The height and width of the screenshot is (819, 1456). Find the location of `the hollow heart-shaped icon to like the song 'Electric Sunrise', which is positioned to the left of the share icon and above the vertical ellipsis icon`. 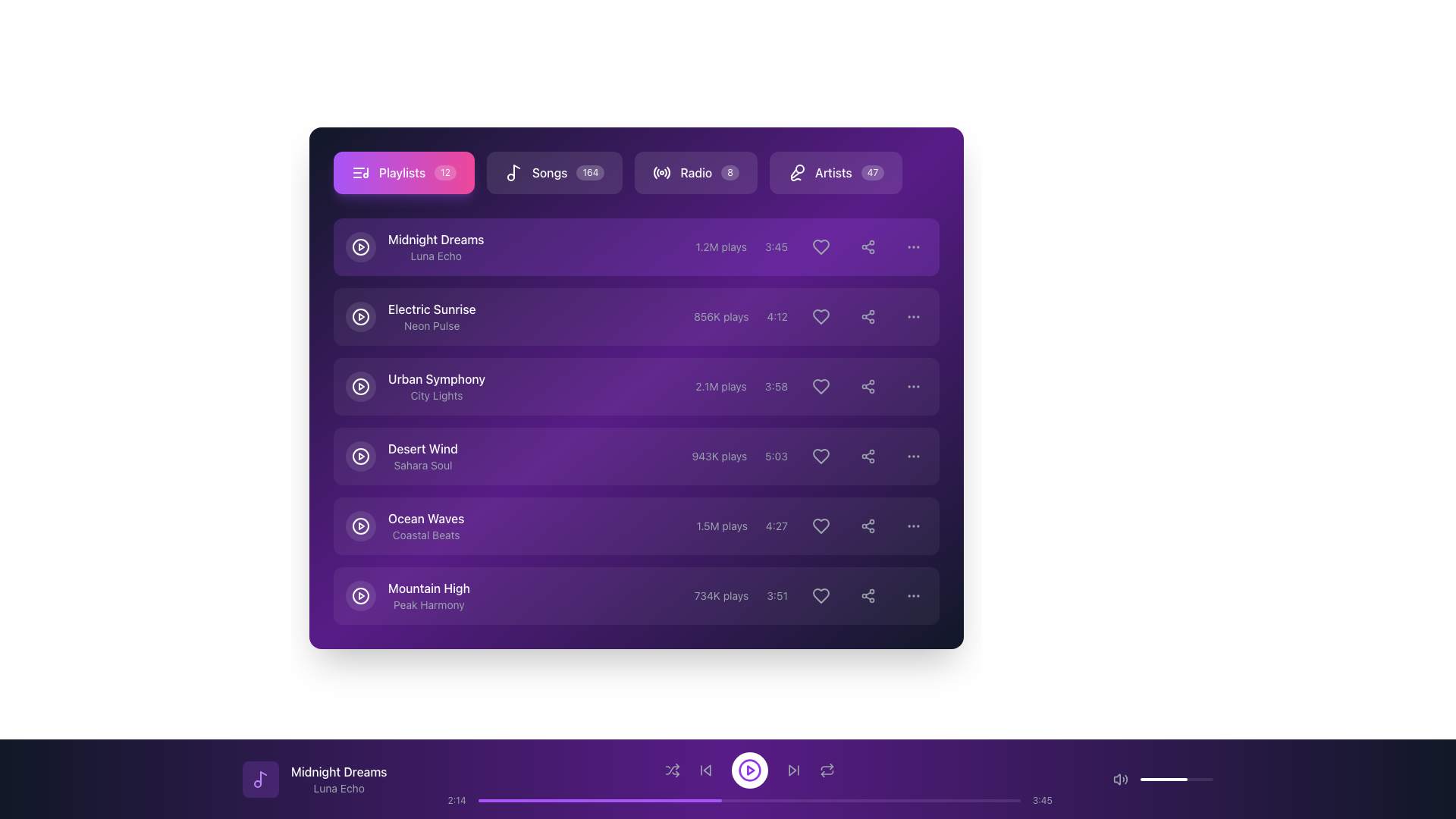

the hollow heart-shaped icon to like the song 'Electric Sunrise', which is positioned to the left of the share icon and above the vertical ellipsis icon is located at coordinates (821, 315).